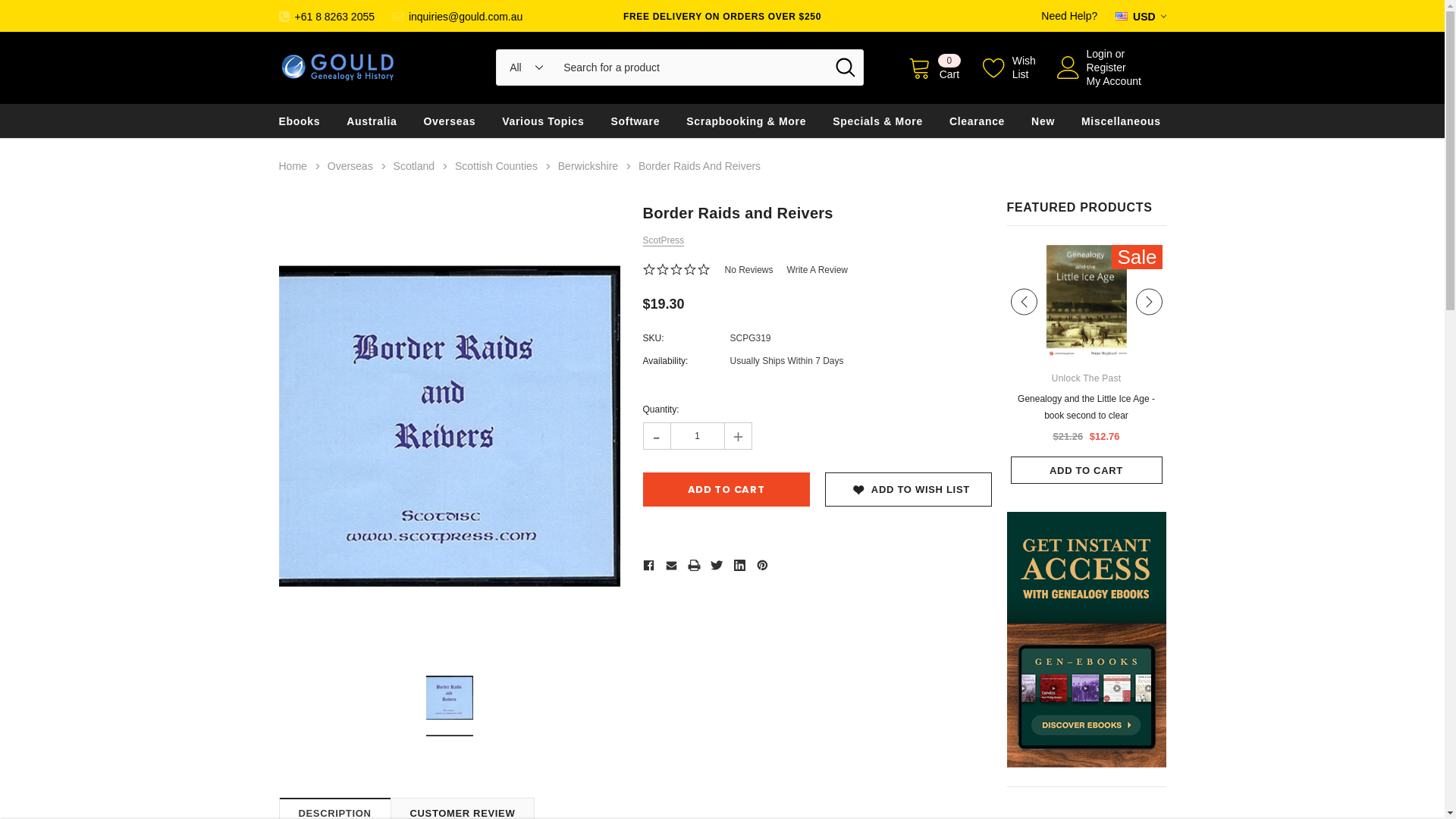 The width and height of the screenshot is (1456, 819). I want to click on 'Berwickshire', so click(587, 166).